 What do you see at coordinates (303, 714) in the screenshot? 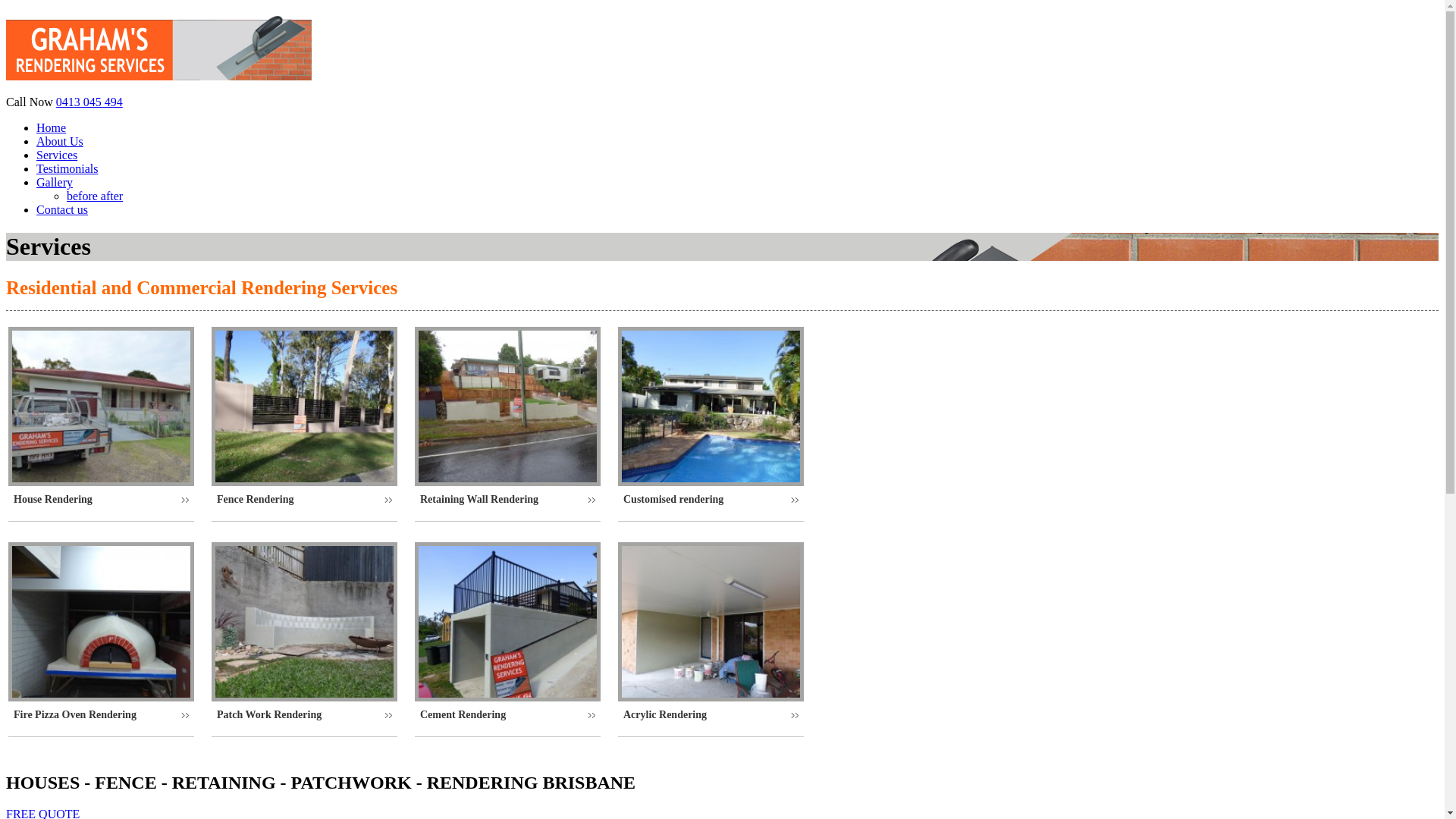
I see `'Patch Work Rendering'` at bounding box center [303, 714].